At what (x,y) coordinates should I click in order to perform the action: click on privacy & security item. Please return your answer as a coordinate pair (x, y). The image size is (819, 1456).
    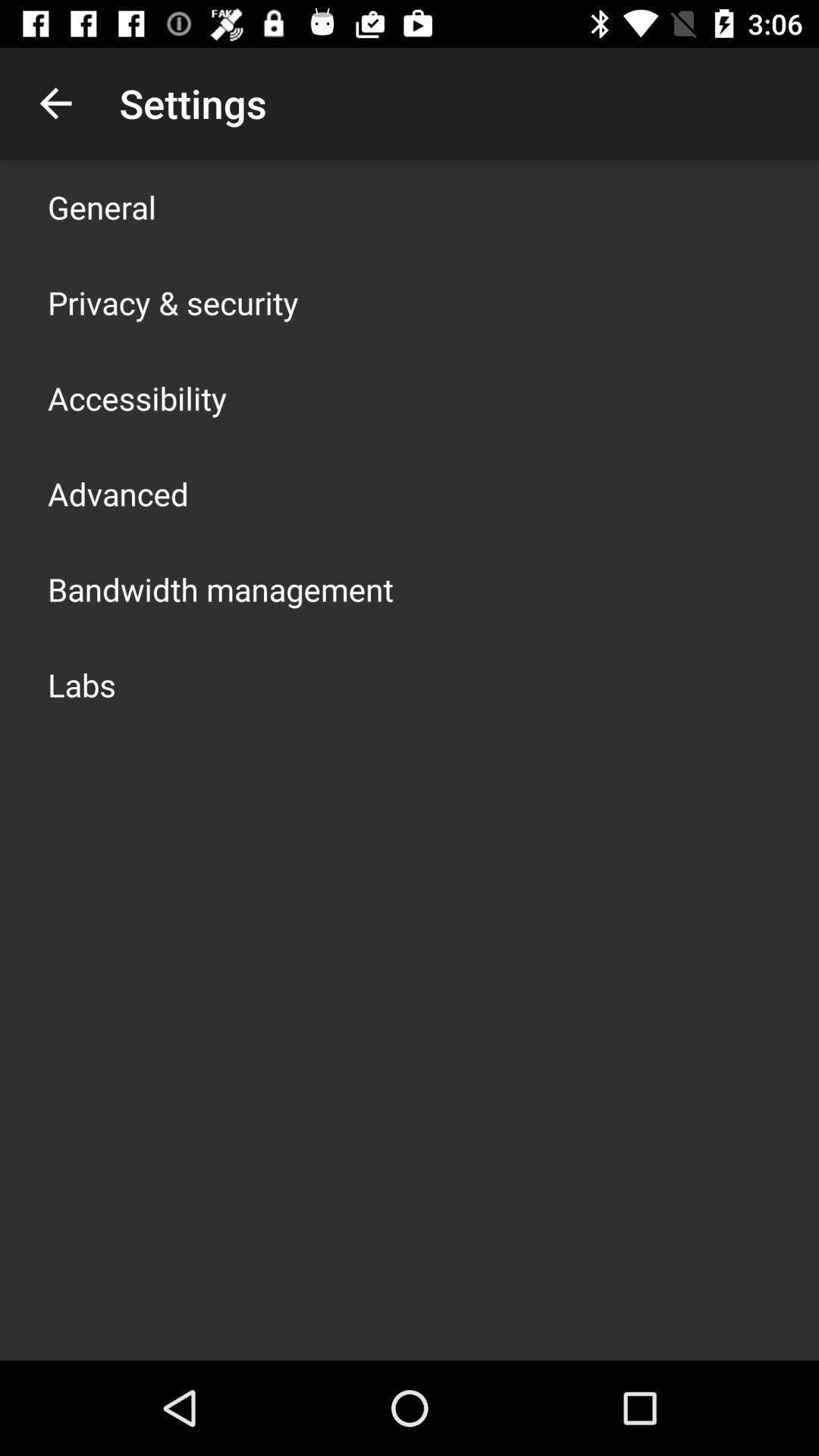
    Looking at the image, I should click on (172, 302).